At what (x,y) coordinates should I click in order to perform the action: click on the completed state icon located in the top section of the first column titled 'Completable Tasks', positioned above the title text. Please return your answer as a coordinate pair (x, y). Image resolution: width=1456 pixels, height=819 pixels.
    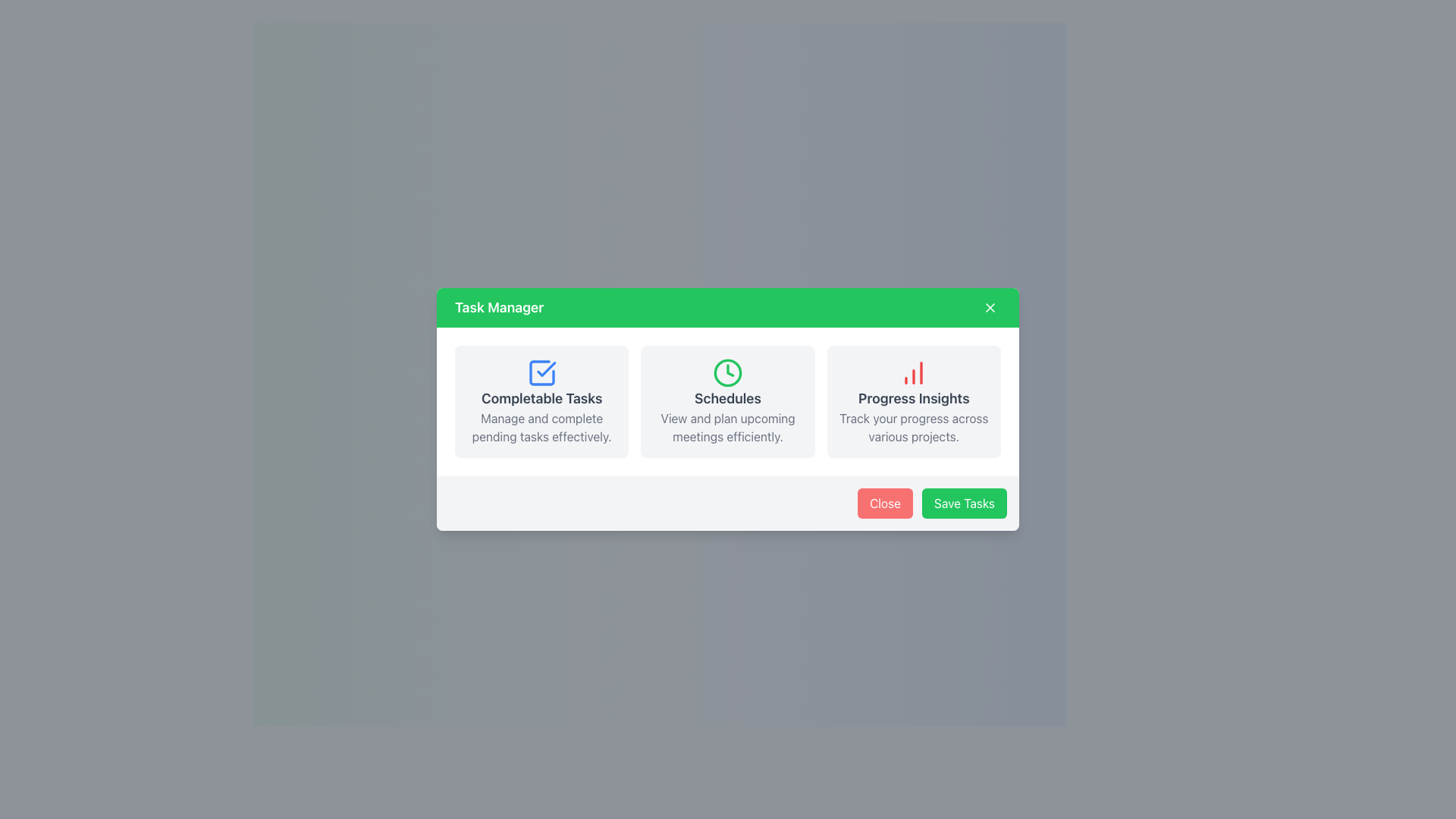
    Looking at the image, I should click on (541, 373).